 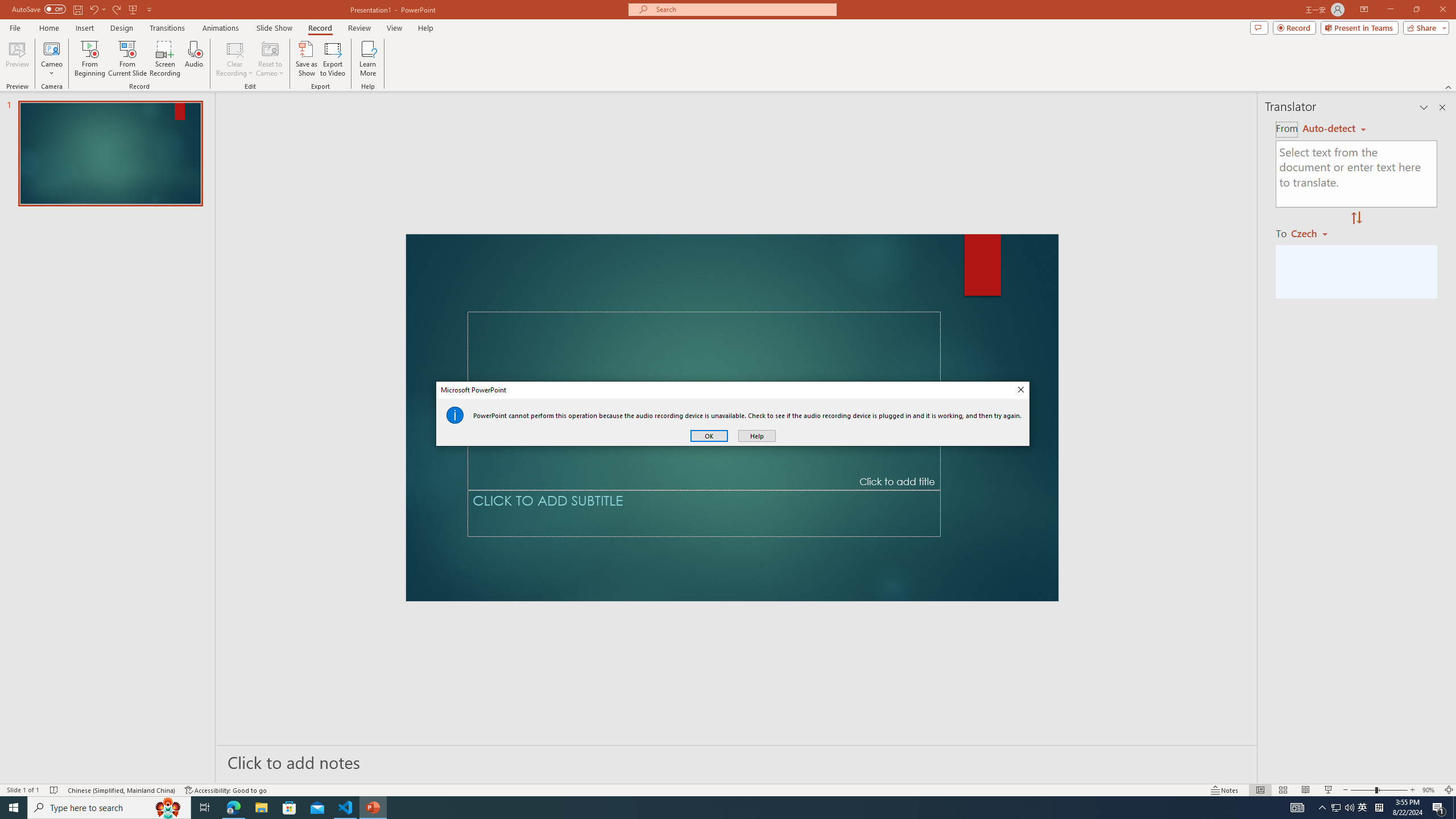 I want to click on 'Swap "from" and "to" languages.', so click(x=1356, y=218).